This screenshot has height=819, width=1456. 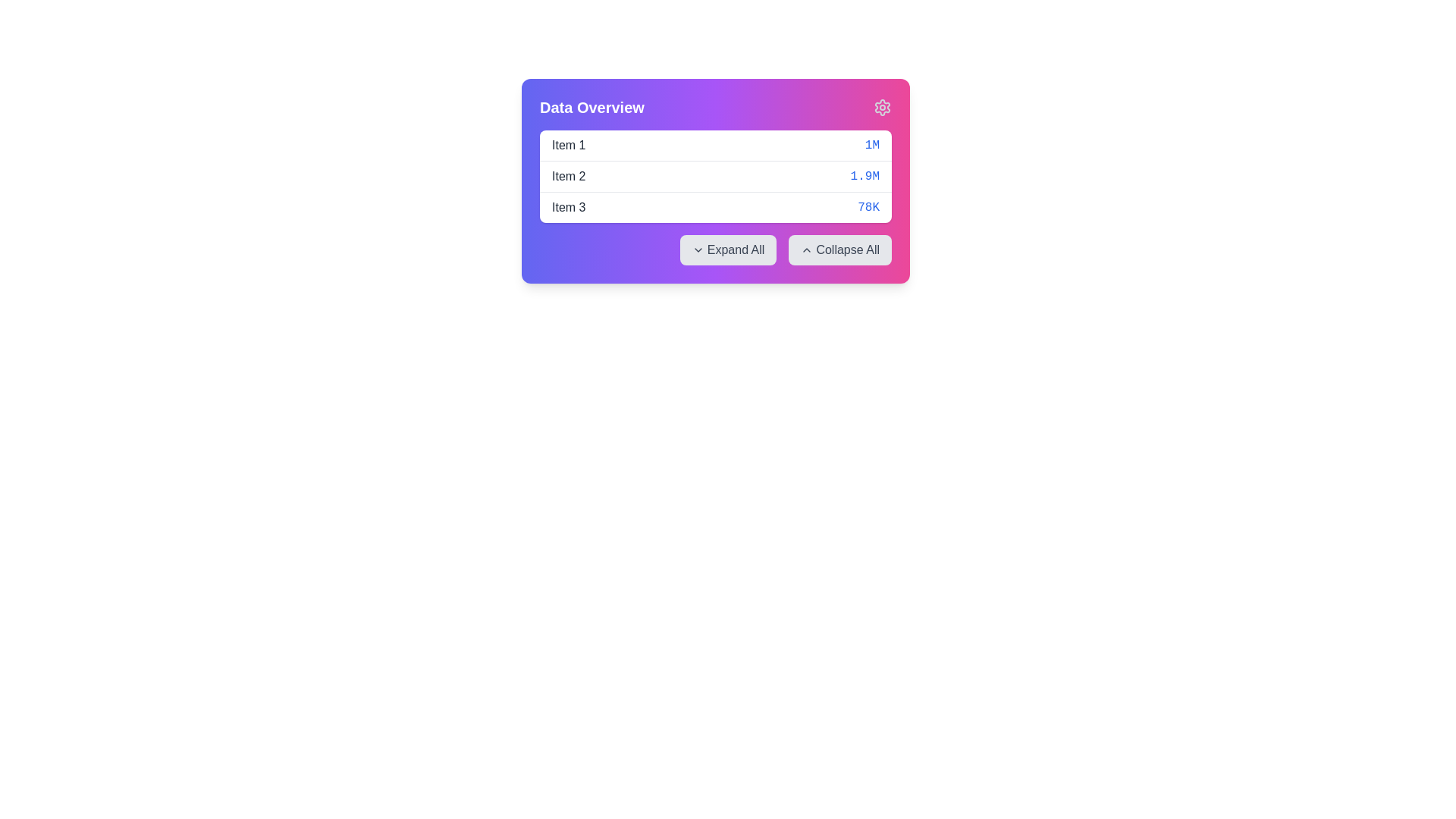 What do you see at coordinates (839, 249) in the screenshot?
I see `the 'Collapse All' button, which has a light gray background, rounded edges, and dark gray text with an upward chevron icon on its left side, located to the right of the 'Expand All' button` at bounding box center [839, 249].